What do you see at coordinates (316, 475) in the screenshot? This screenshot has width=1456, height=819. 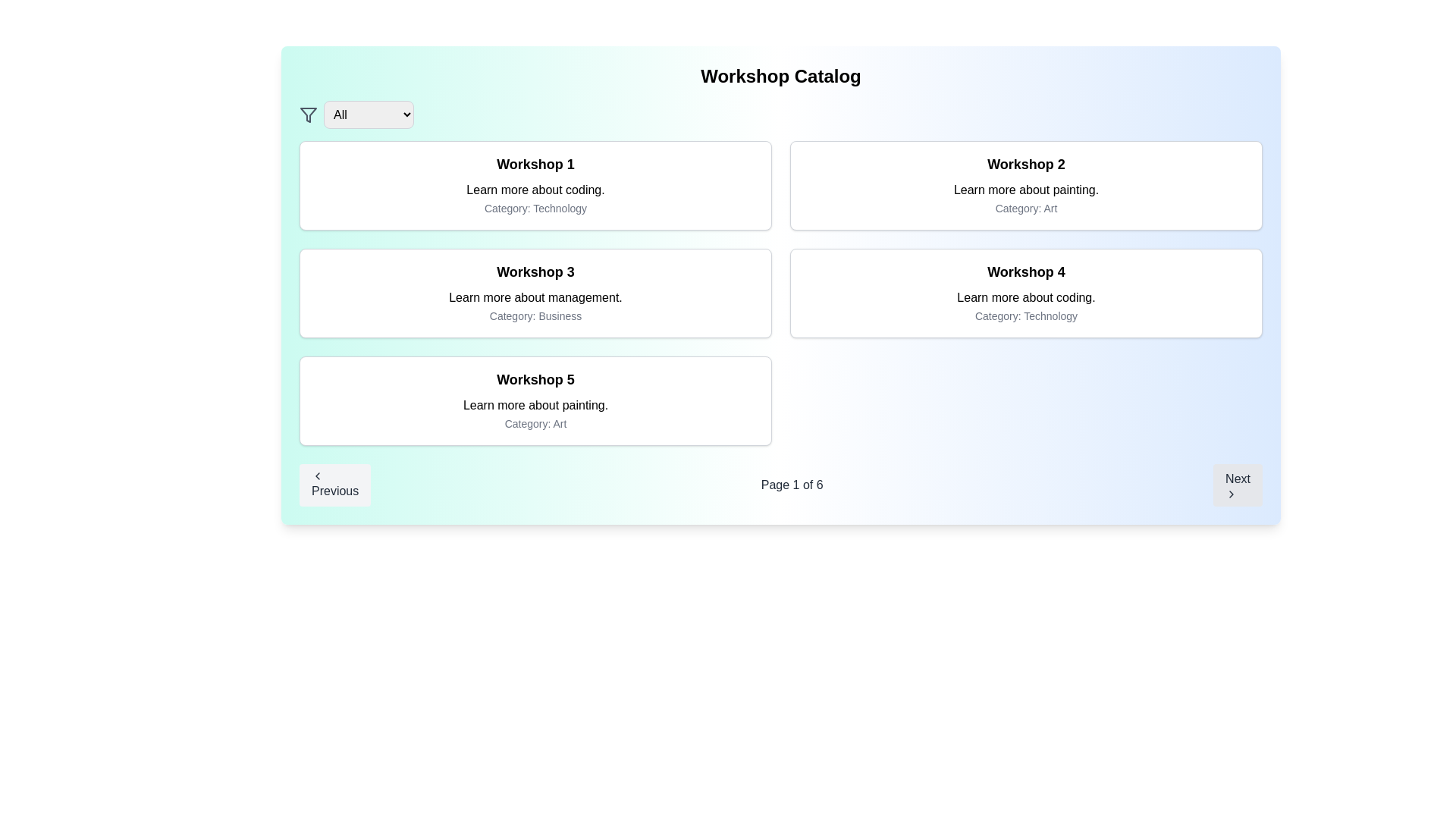 I see `the 'Previous' button located in the bottom-left corner of the interface, which contains the navigation icon` at bounding box center [316, 475].